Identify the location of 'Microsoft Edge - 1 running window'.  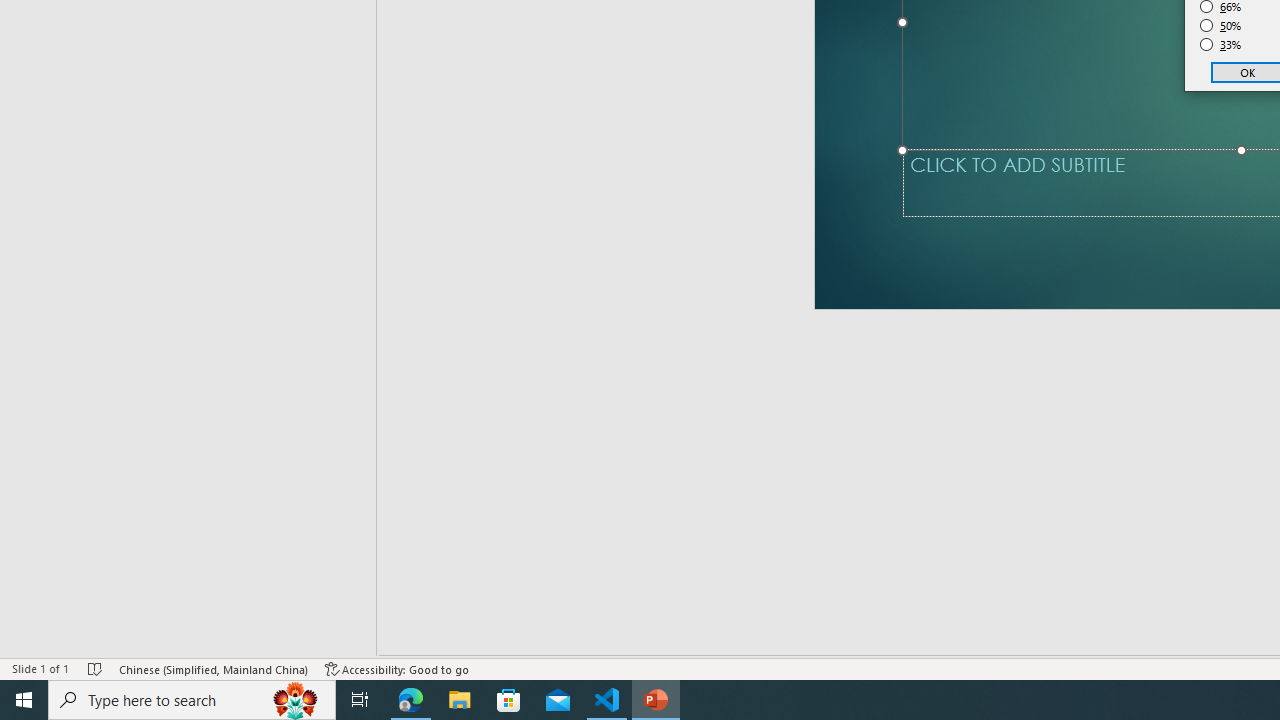
(410, 698).